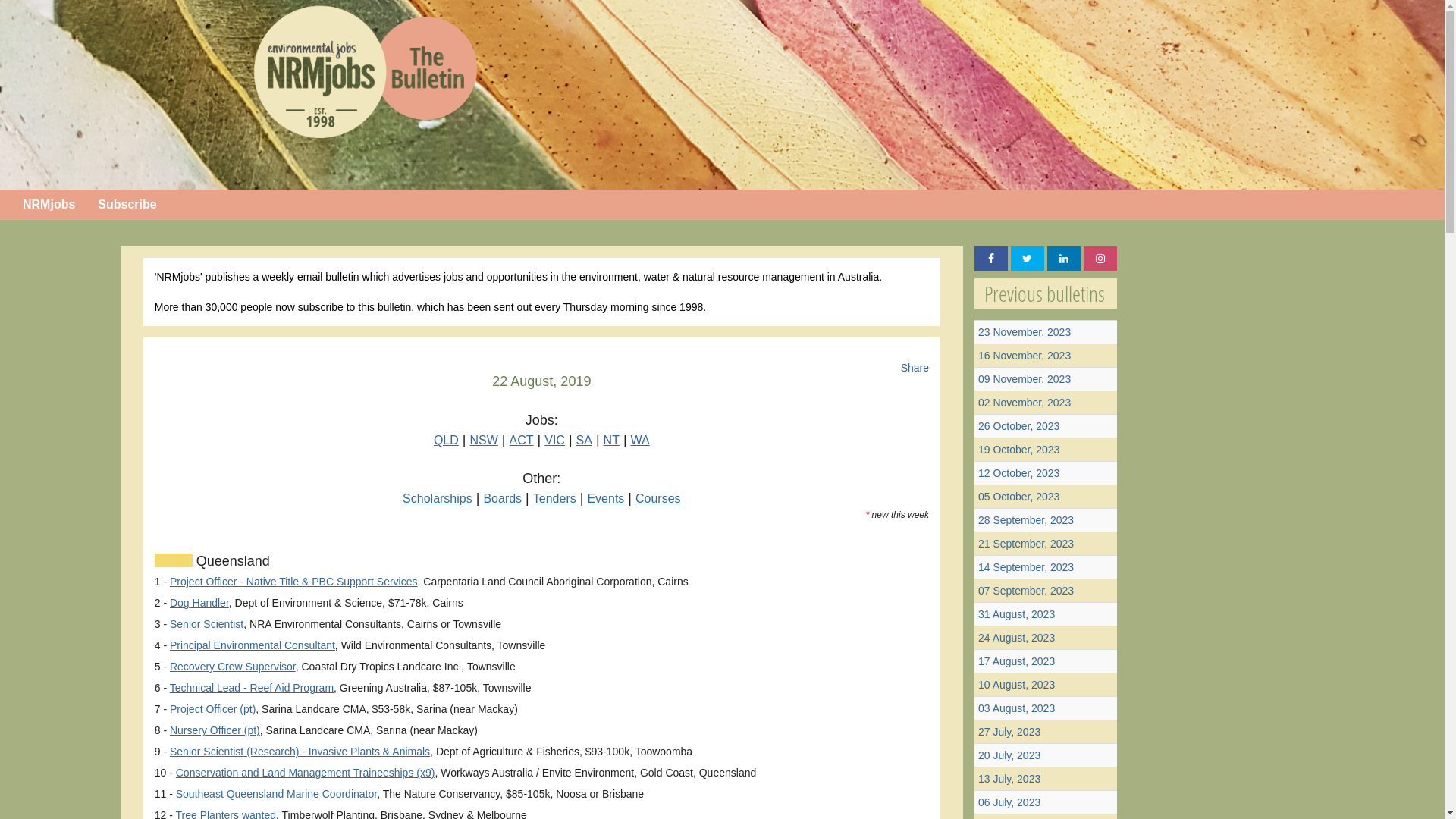 The height and width of the screenshot is (819, 1456). What do you see at coordinates (170, 623) in the screenshot?
I see `'Senior Scientist'` at bounding box center [170, 623].